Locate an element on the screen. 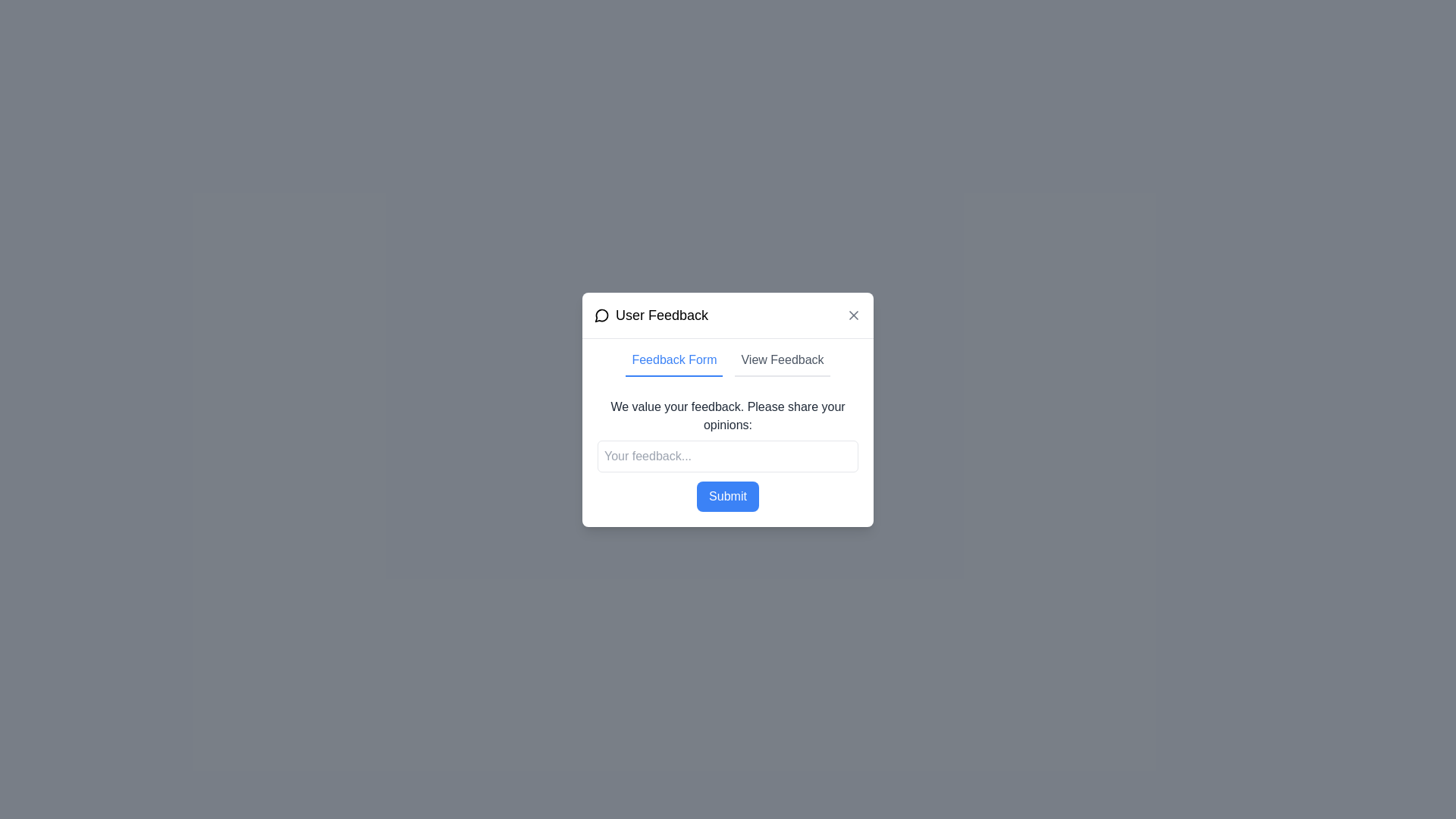  the feedback submission button located directly beneath the 'Your feedback...' text input field is located at coordinates (728, 496).